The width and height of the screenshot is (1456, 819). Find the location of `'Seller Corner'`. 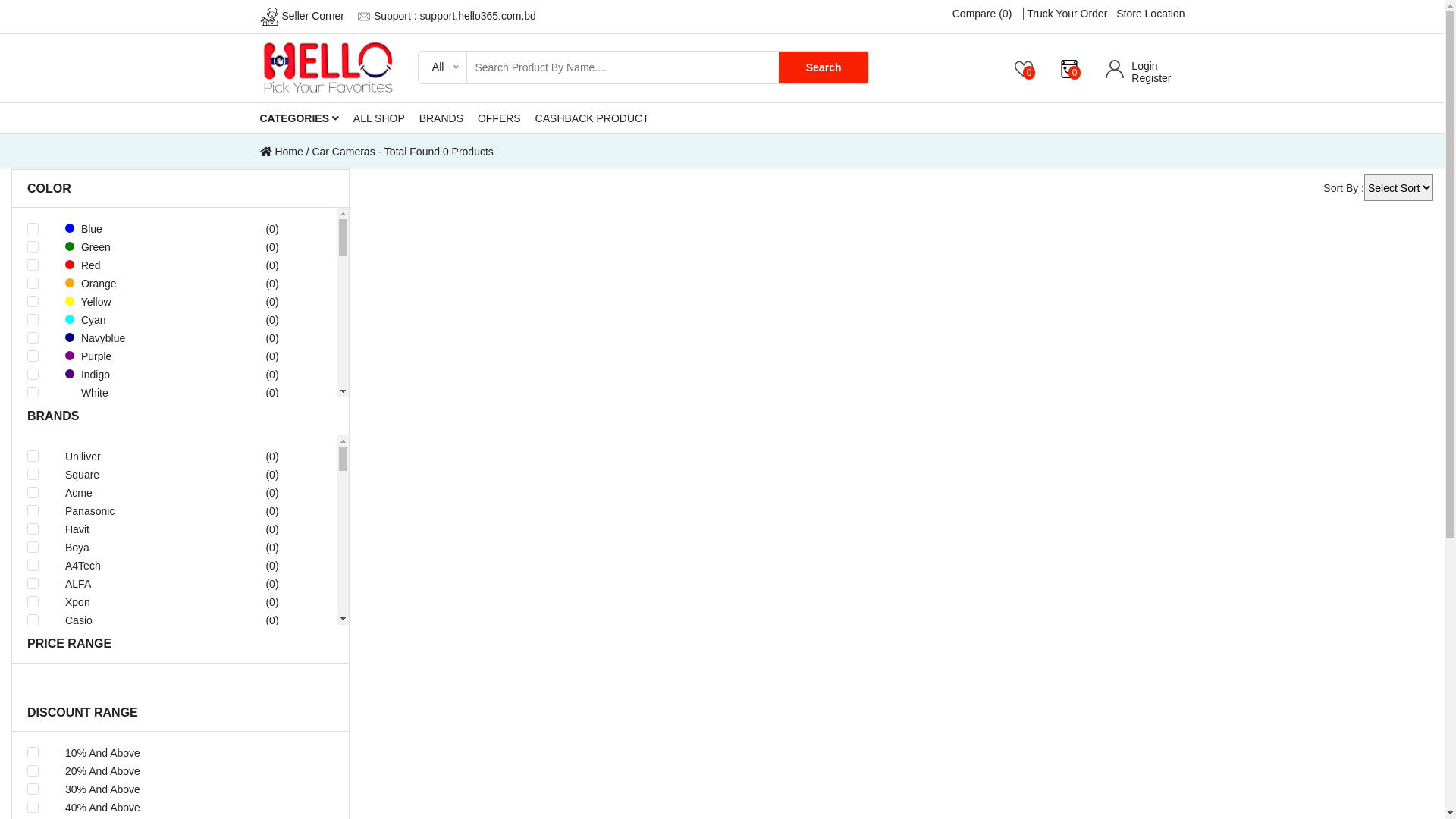

'Seller Corner' is located at coordinates (259, 15).